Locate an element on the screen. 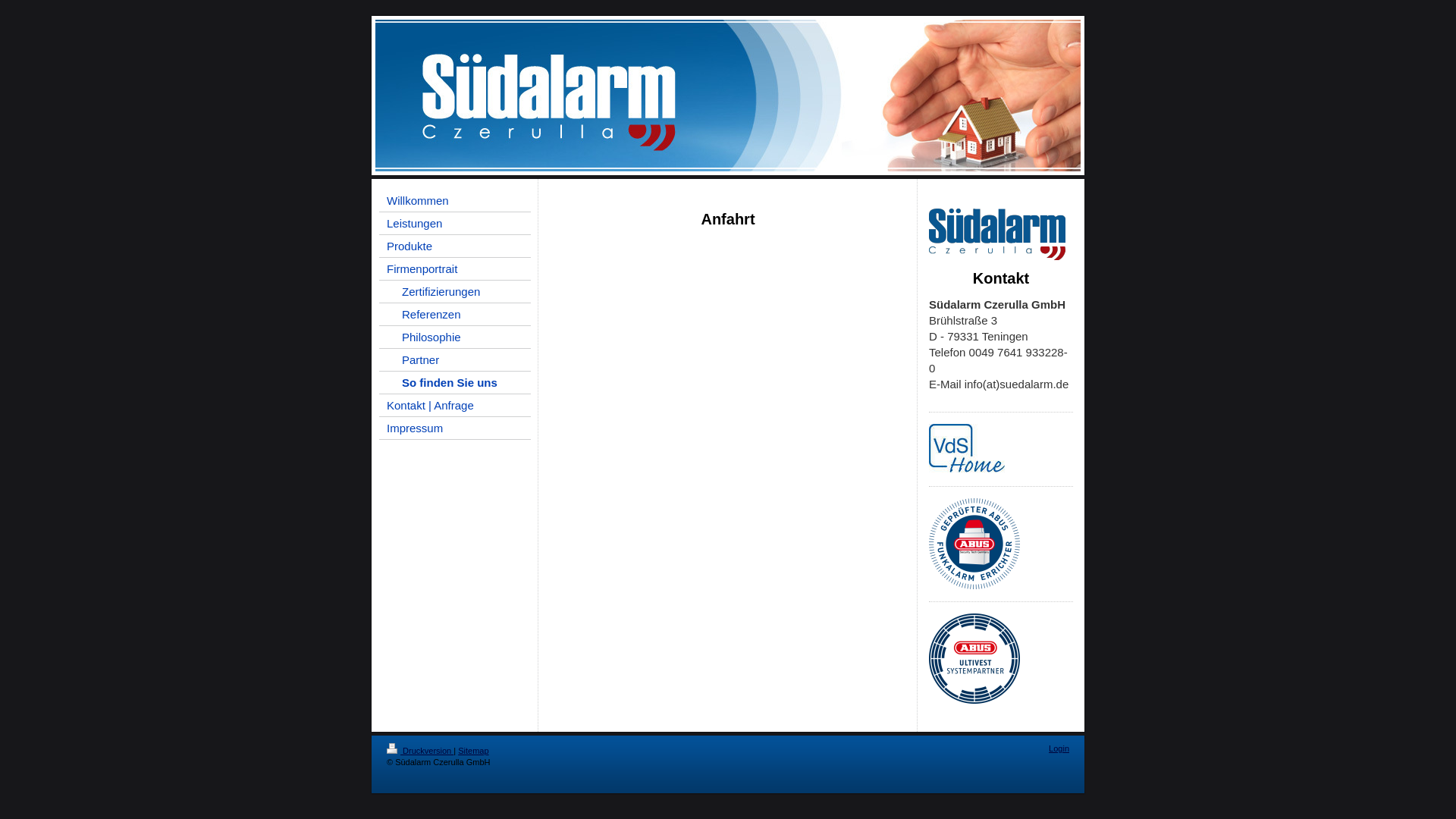 The height and width of the screenshot is (819, 1456). 'Firmenportrait' is located at coordinates (378, 268).